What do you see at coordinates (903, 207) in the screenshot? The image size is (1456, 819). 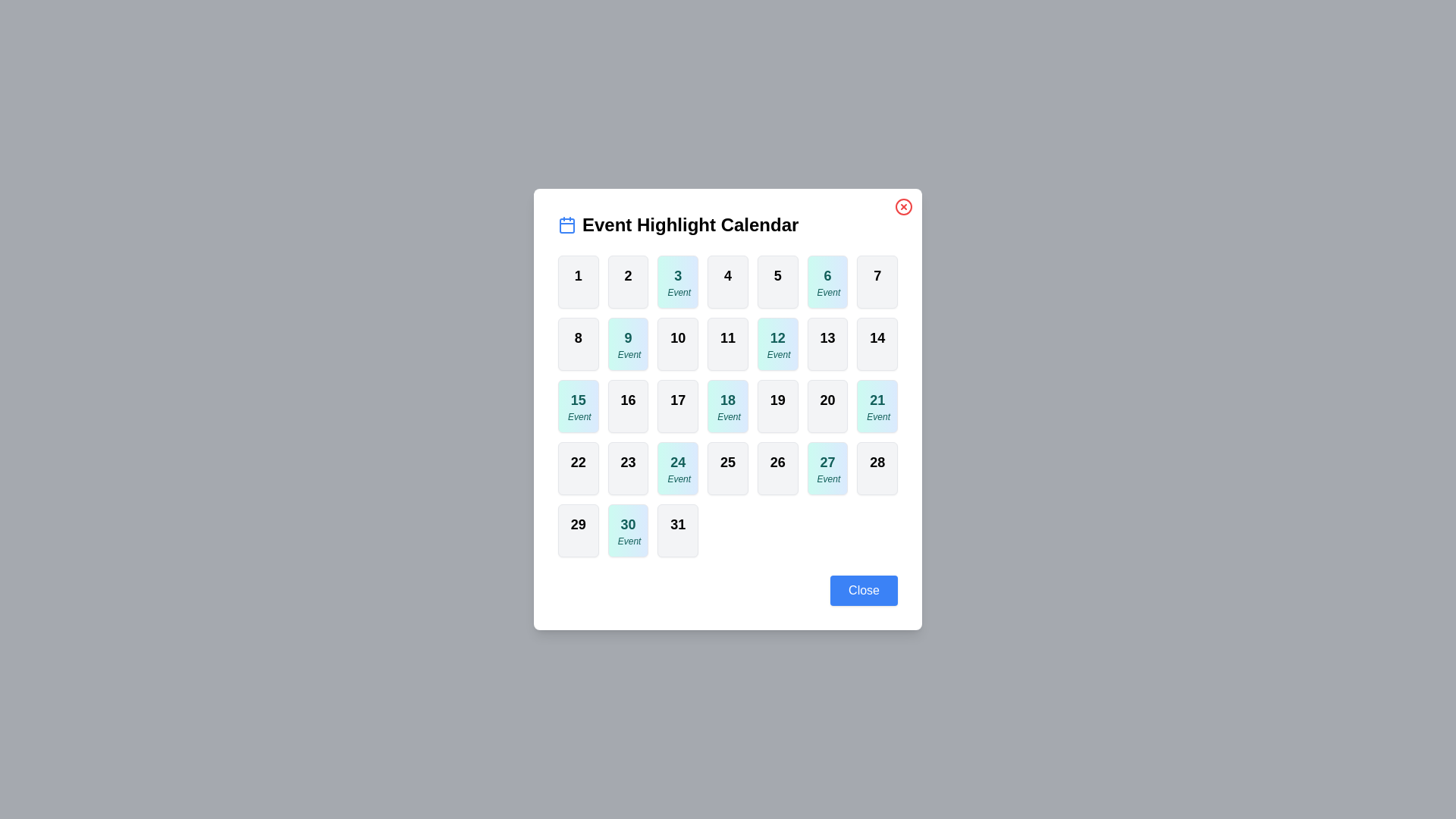 I see `the close button in the top-right corner of the dialog` at bounding box center [903, 207].